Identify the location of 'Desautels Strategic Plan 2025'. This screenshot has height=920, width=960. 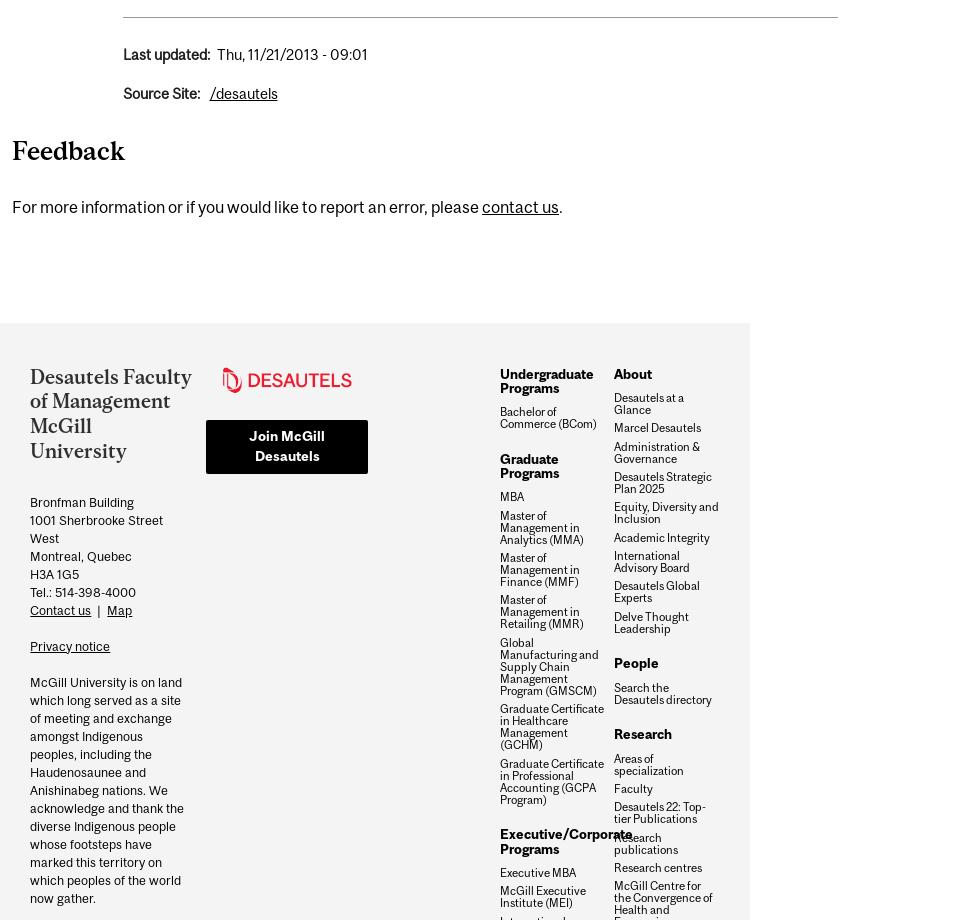
(662, 481).